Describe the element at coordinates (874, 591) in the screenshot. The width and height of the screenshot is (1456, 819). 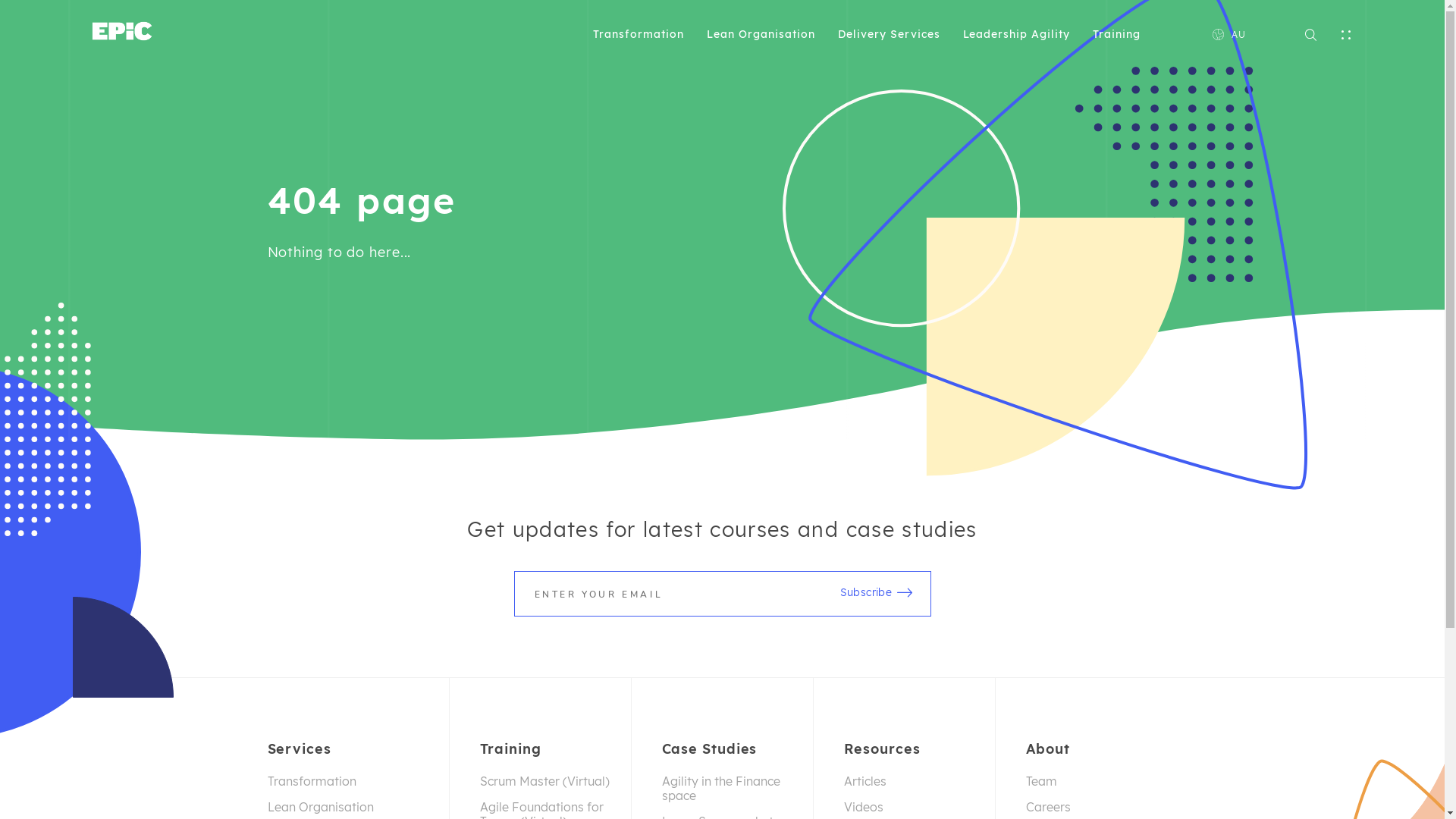
I see `'Subscribe'` at that location.